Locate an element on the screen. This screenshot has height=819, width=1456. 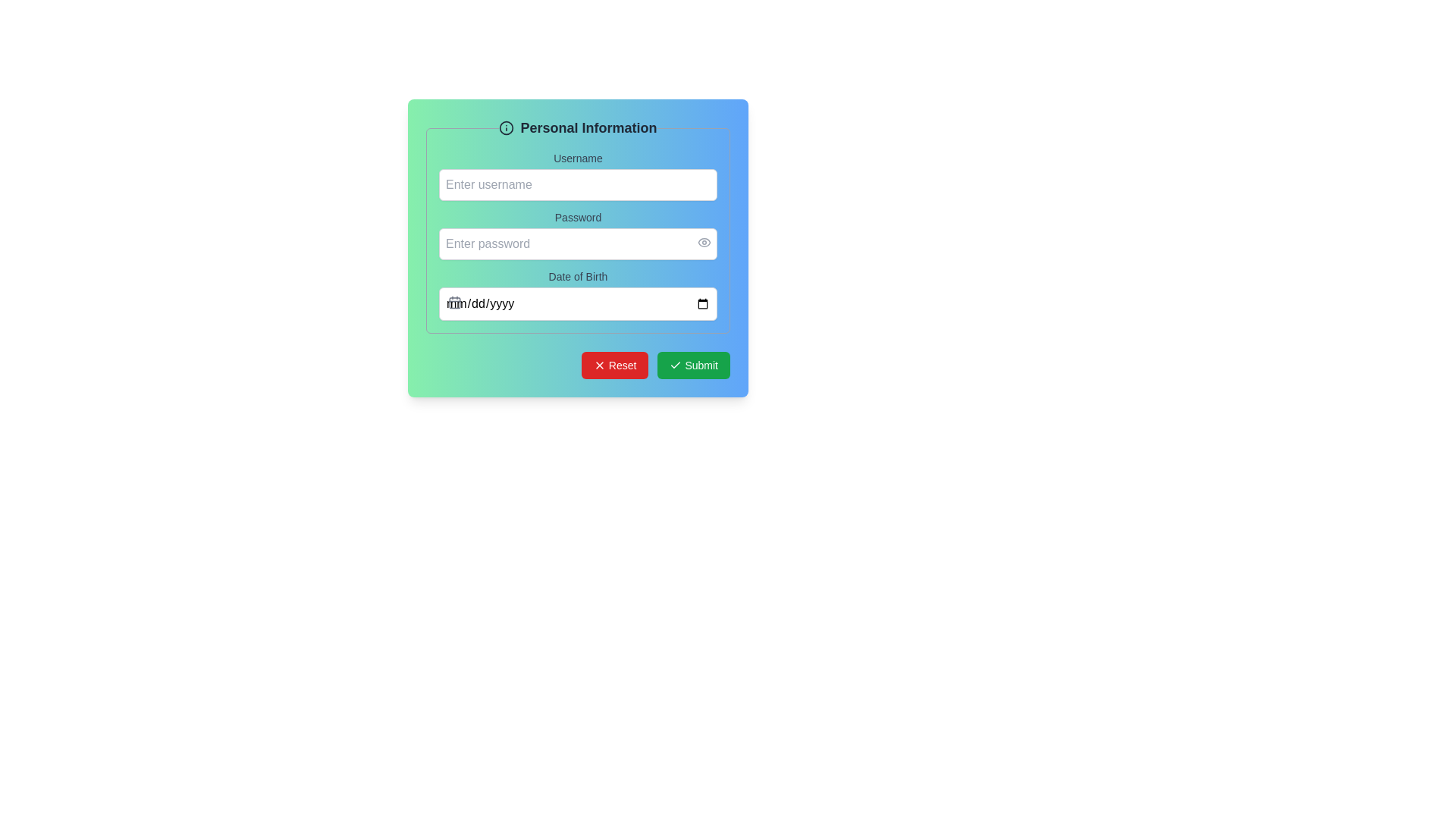
the 'Reset' button containing the 'X' shaped cancel icon for keyboard navigation is located at coordinates (598, 366).